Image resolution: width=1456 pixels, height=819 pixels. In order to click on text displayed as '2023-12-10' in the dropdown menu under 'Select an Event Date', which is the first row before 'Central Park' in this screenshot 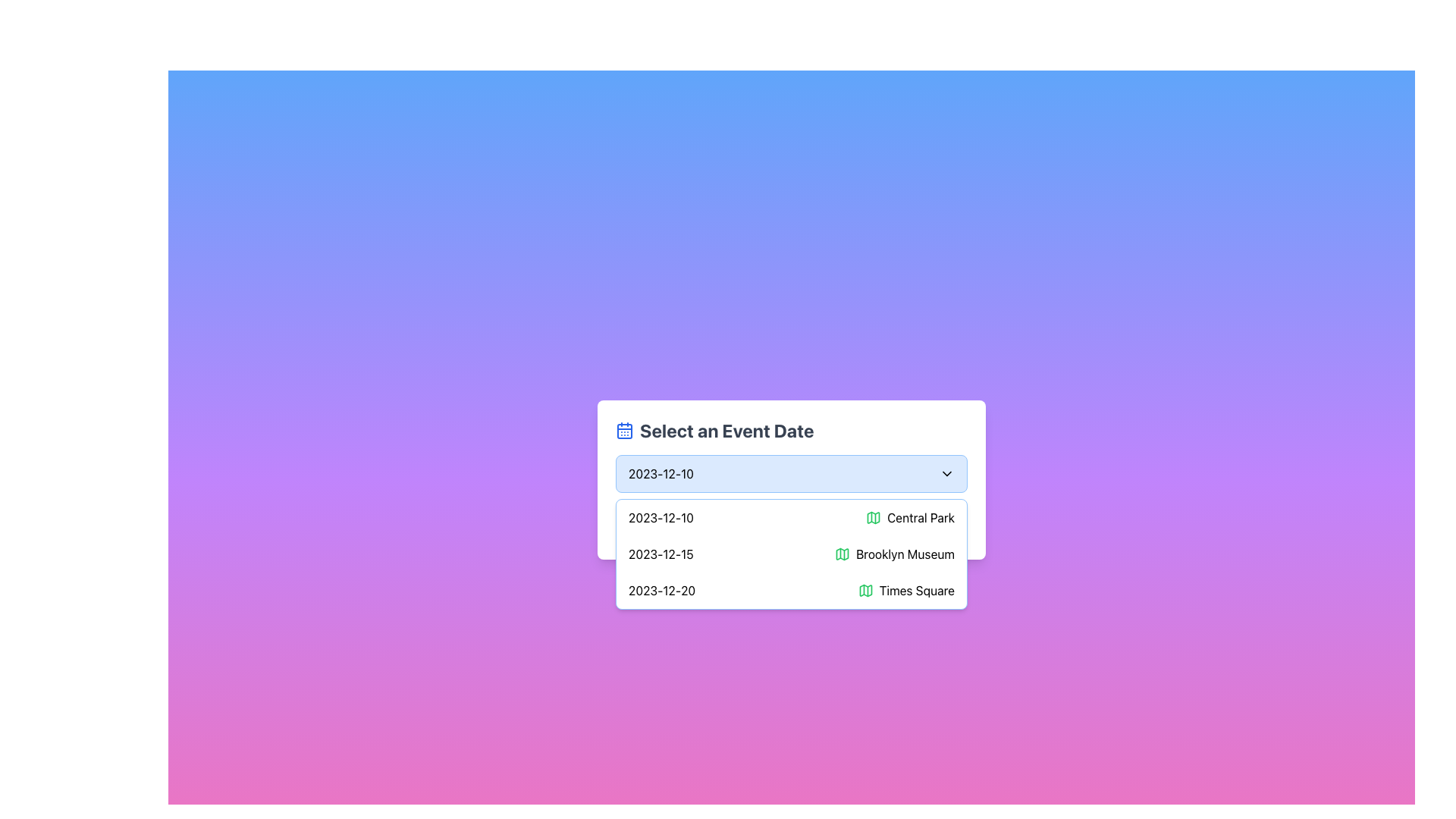, I will do `click(661, 516)`.